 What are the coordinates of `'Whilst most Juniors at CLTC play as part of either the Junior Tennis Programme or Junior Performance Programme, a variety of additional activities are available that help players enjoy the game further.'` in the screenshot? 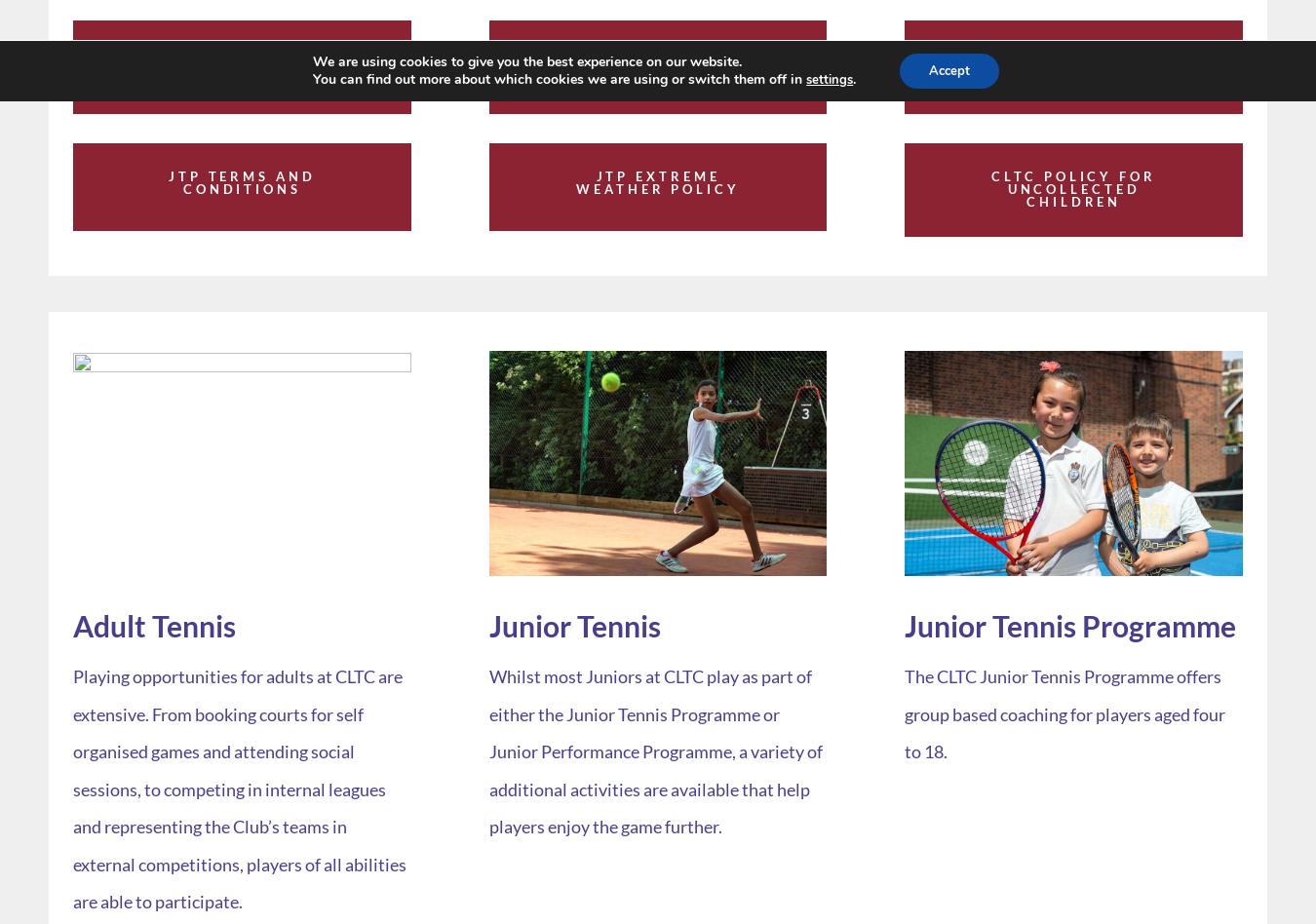 It's located at (655, 751).